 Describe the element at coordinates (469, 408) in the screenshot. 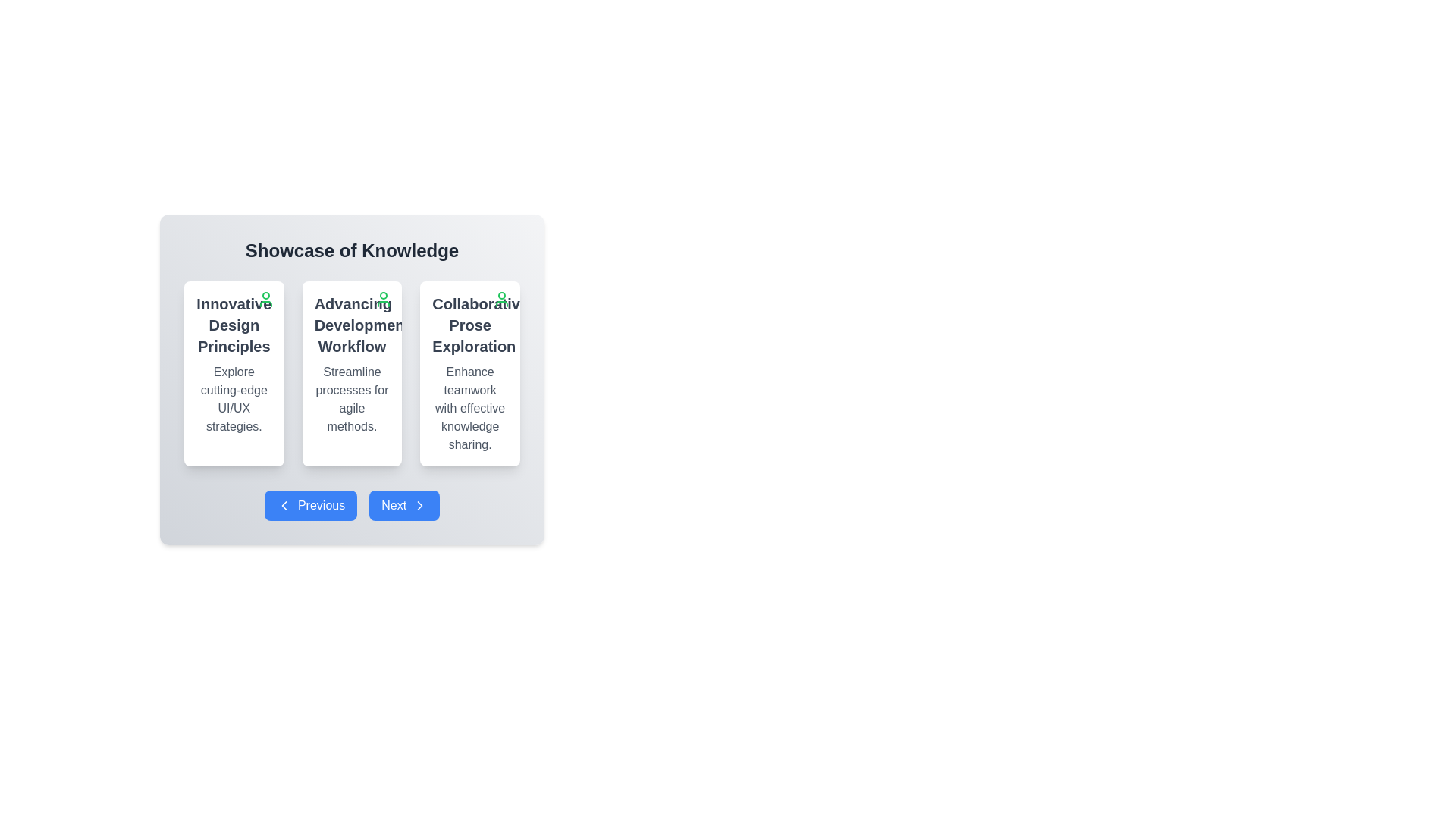

I see `descriptive text element located below the title 'Collaborative Prose Exploration' in the third card of a horizontal row of three cards` at that location.